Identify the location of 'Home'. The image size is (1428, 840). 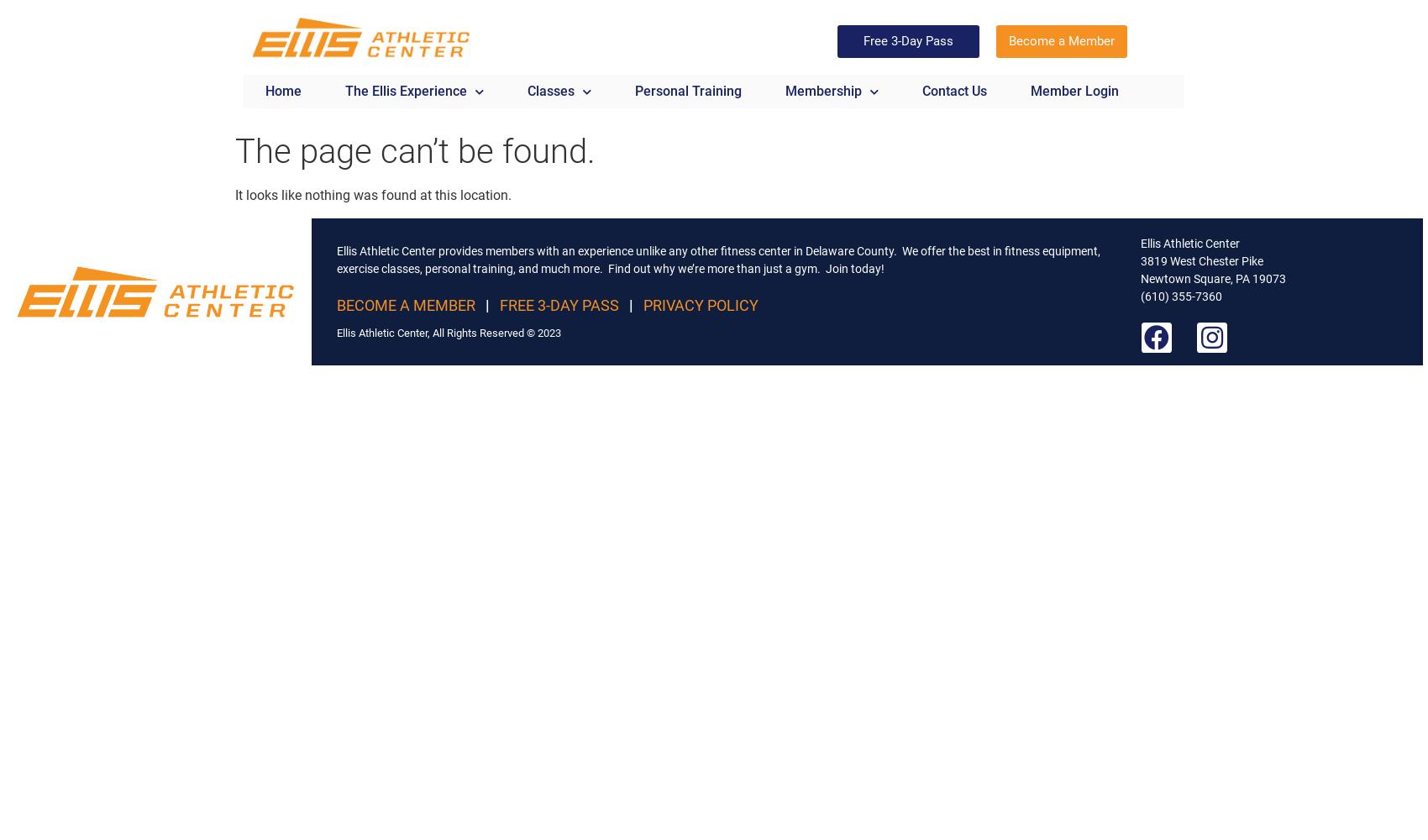
(282, 90).